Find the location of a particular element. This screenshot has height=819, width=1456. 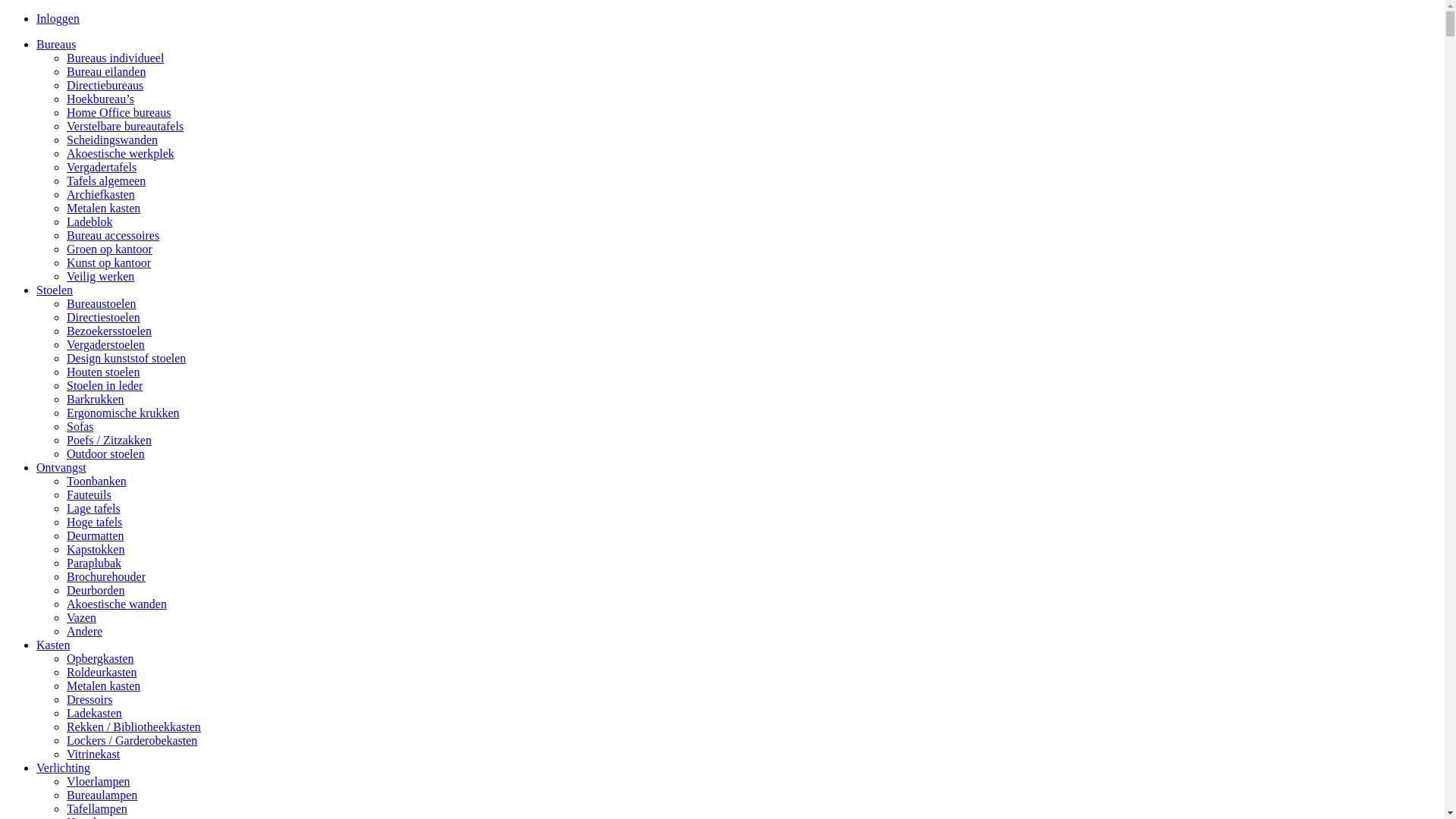

'Ergonomische krukken' is located at coordinates (123, 413).